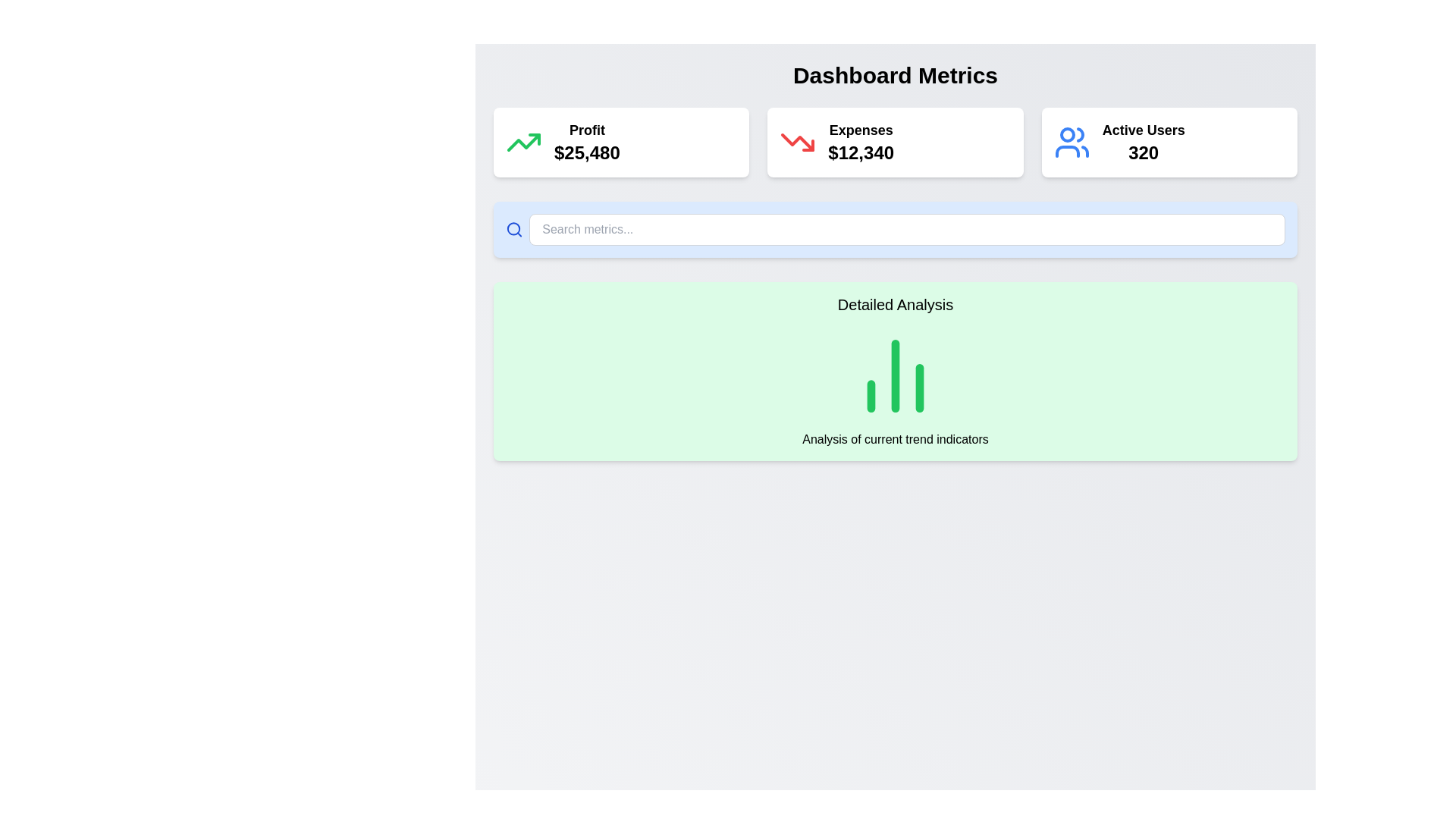 Image resolution: width=1456 pixels, height=819 pixels. I want to click on the 'Active Users' icon located in the upper-right corner of the dashboard, which visually represents the concept of 'Active Users', so click(1071, 143).